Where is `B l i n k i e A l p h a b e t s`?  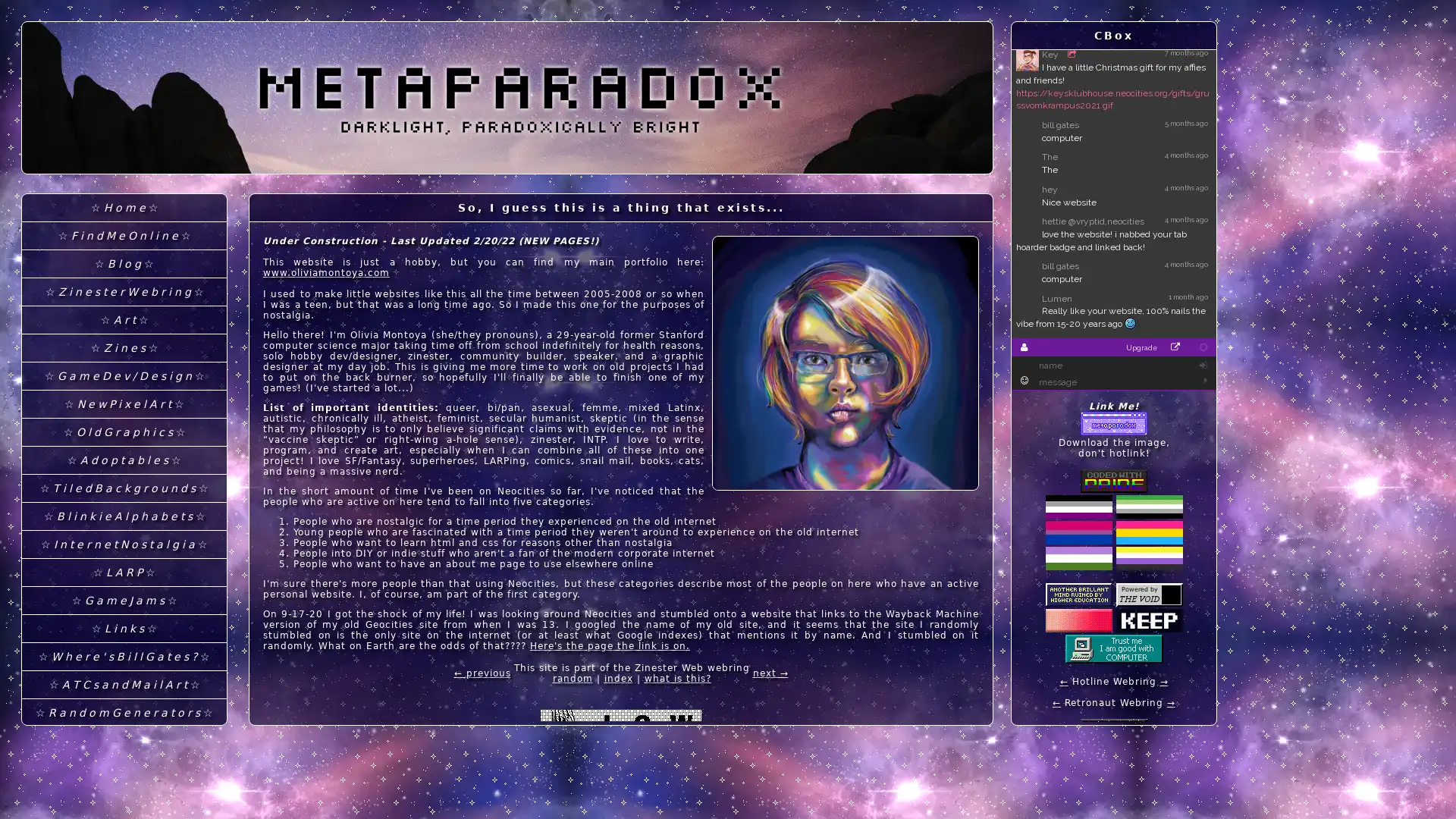 B l i n k i e A l p h a b e t s is located at coordinates (124, 516).